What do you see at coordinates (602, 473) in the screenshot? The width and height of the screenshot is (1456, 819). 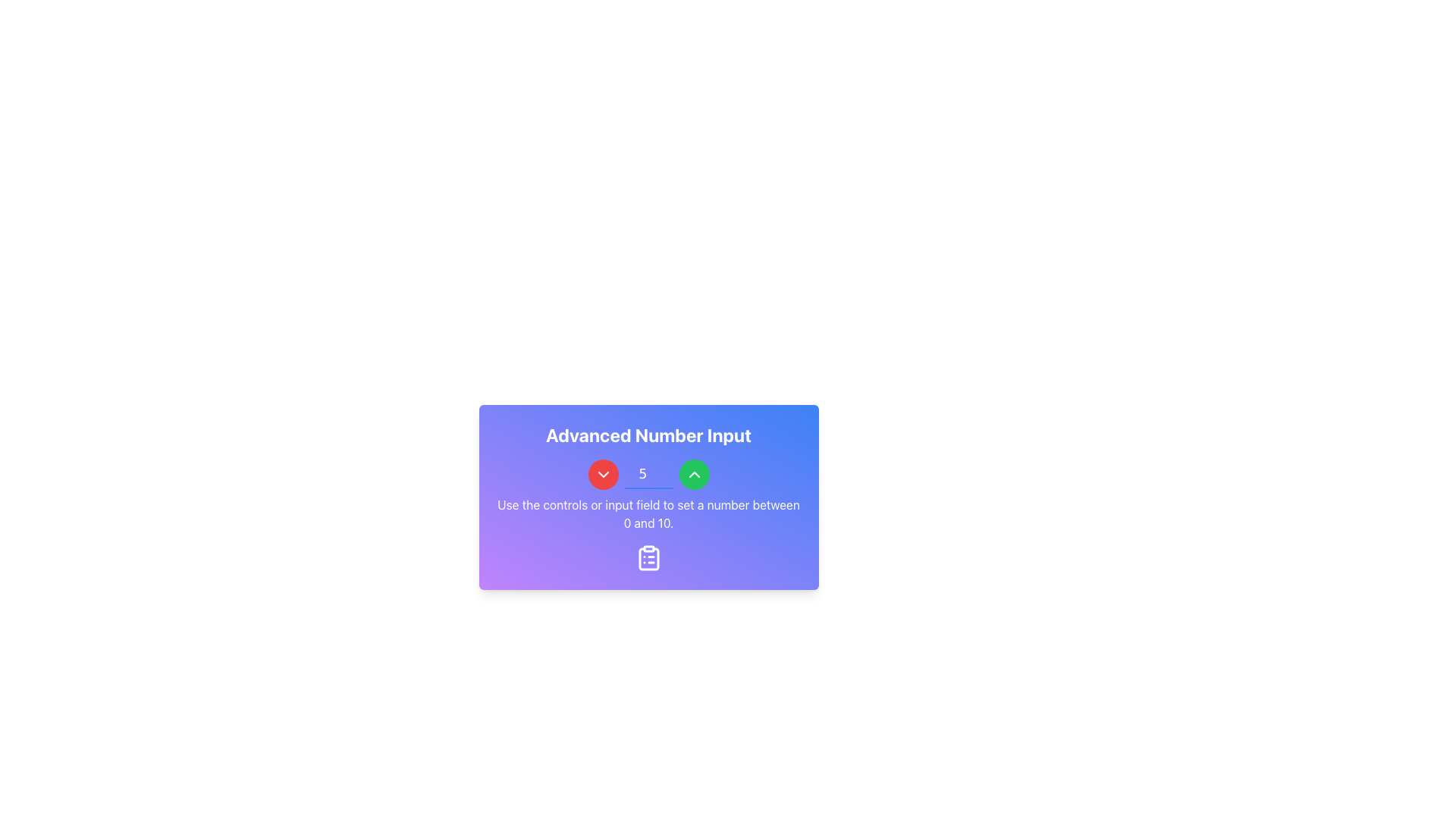 I see `the downward-pointing chevron icon button with a red background to decrement the numeric value in the input field labeled '5'` at bounding box center [602, 473].